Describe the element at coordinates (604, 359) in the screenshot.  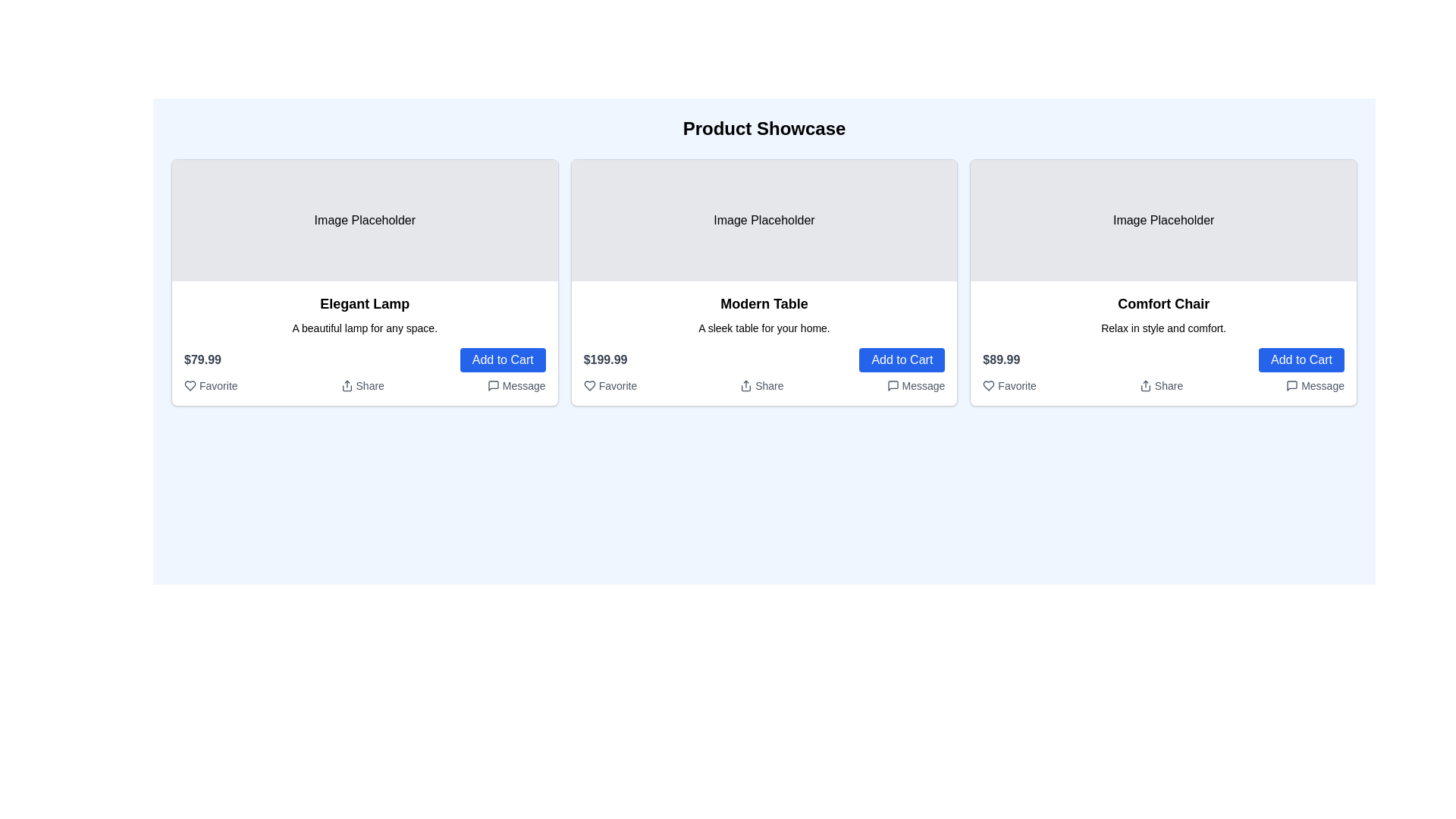
I see `the Static Text displaying the price of the 'Modern Table' product, located above the 'Add to Cart' button` at that location.